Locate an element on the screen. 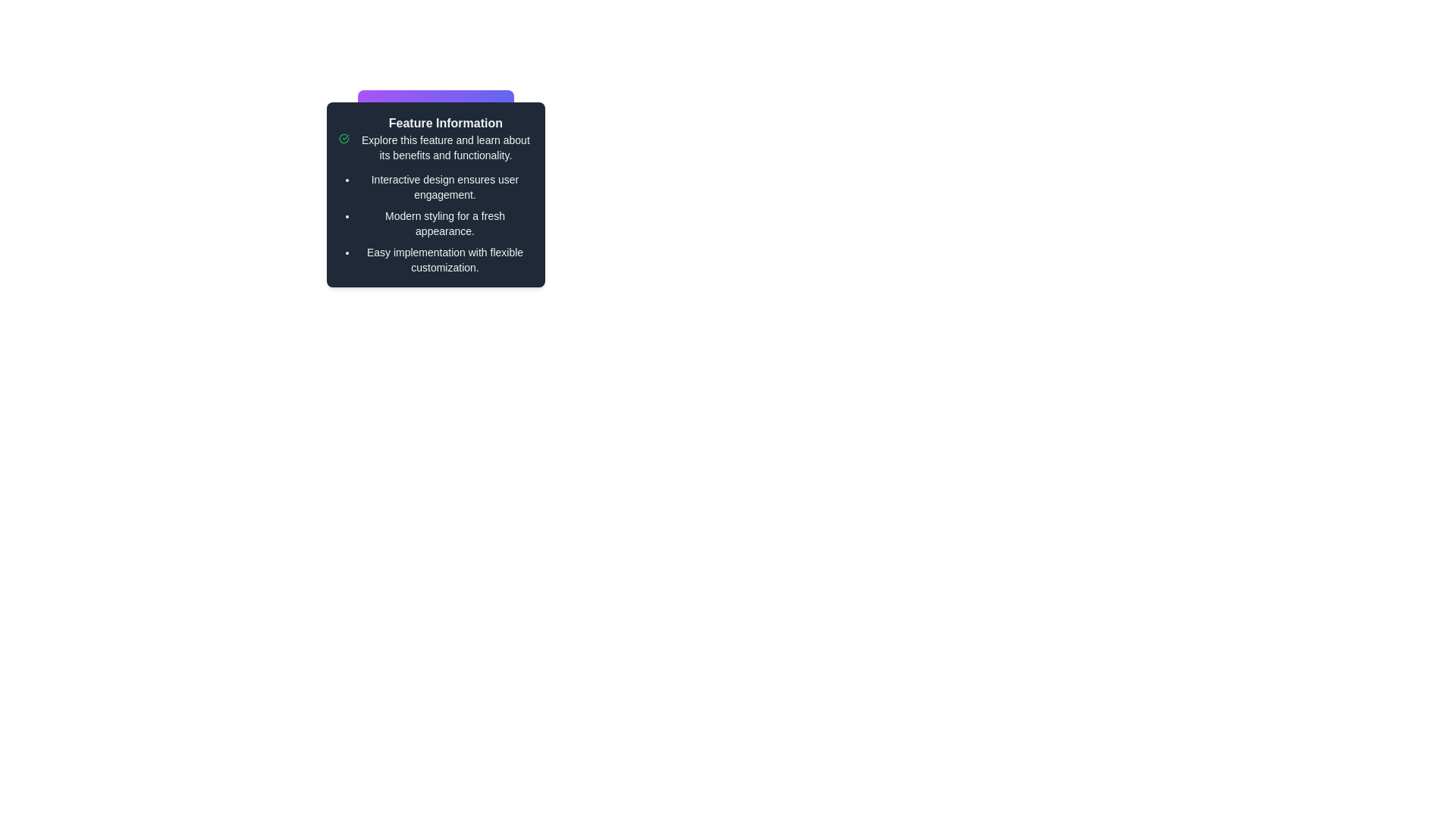 Image resolution: width=1456 pixels, height=819 pixels. third bullet point text in the vertically arranged list of features, which emphasizes the adaptability and ease of use of the product or service is located at coordinates (444, 259).